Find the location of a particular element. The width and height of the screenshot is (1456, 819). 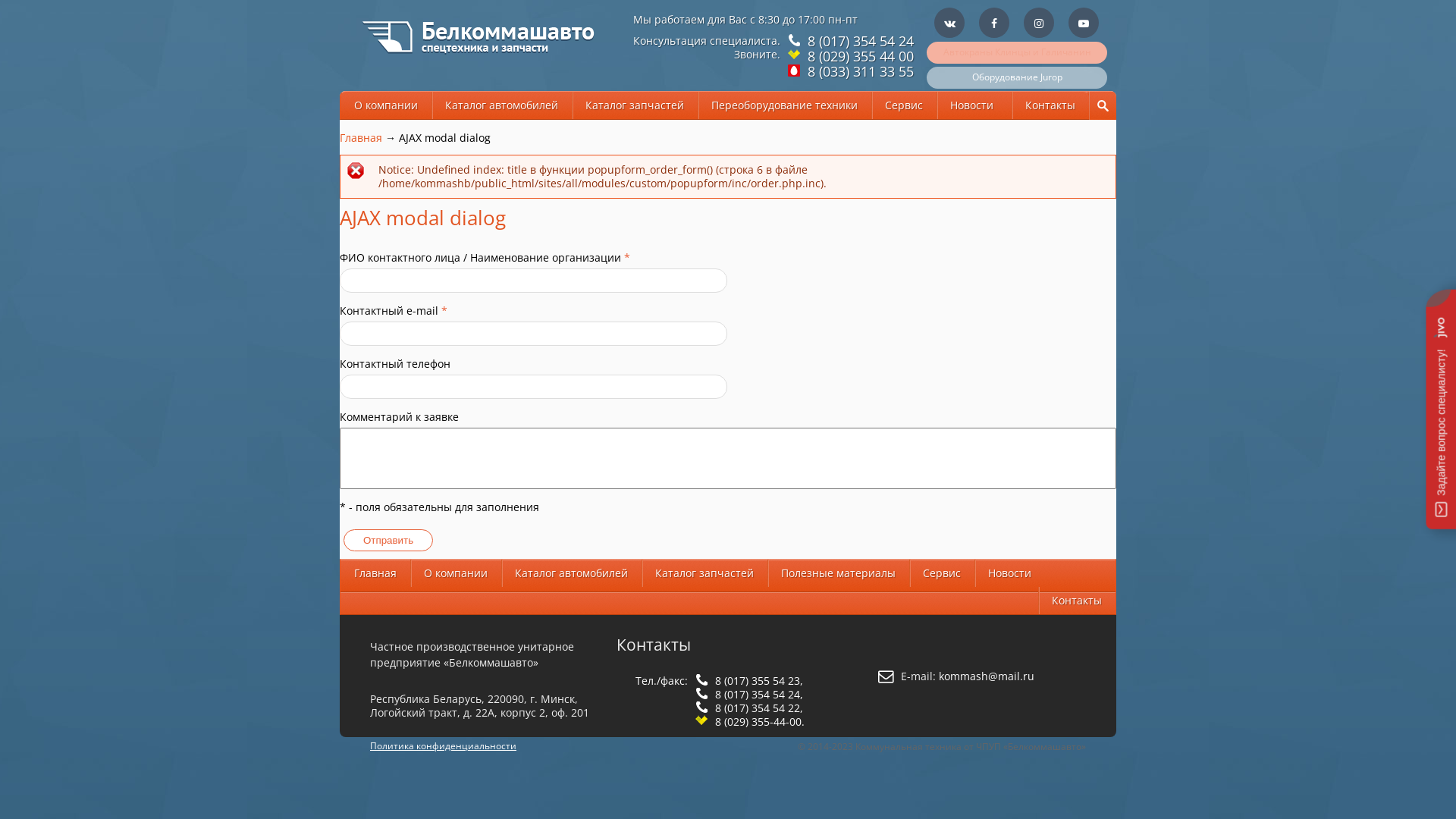

'8 (033) 311 33 55' is located at coordinates (803, 71).